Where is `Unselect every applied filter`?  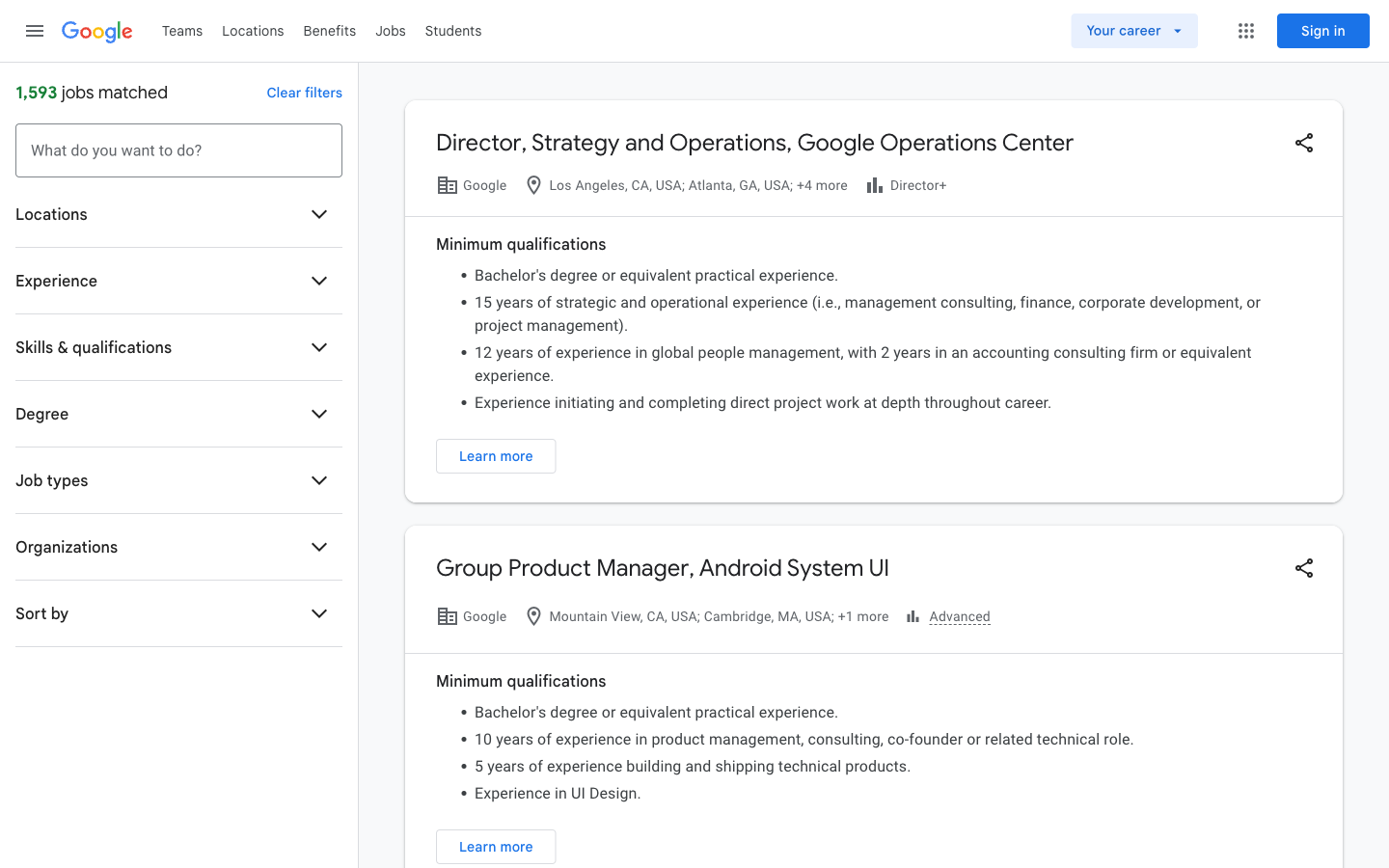 Unselect every applied filter is located at coordinates (304, 92).